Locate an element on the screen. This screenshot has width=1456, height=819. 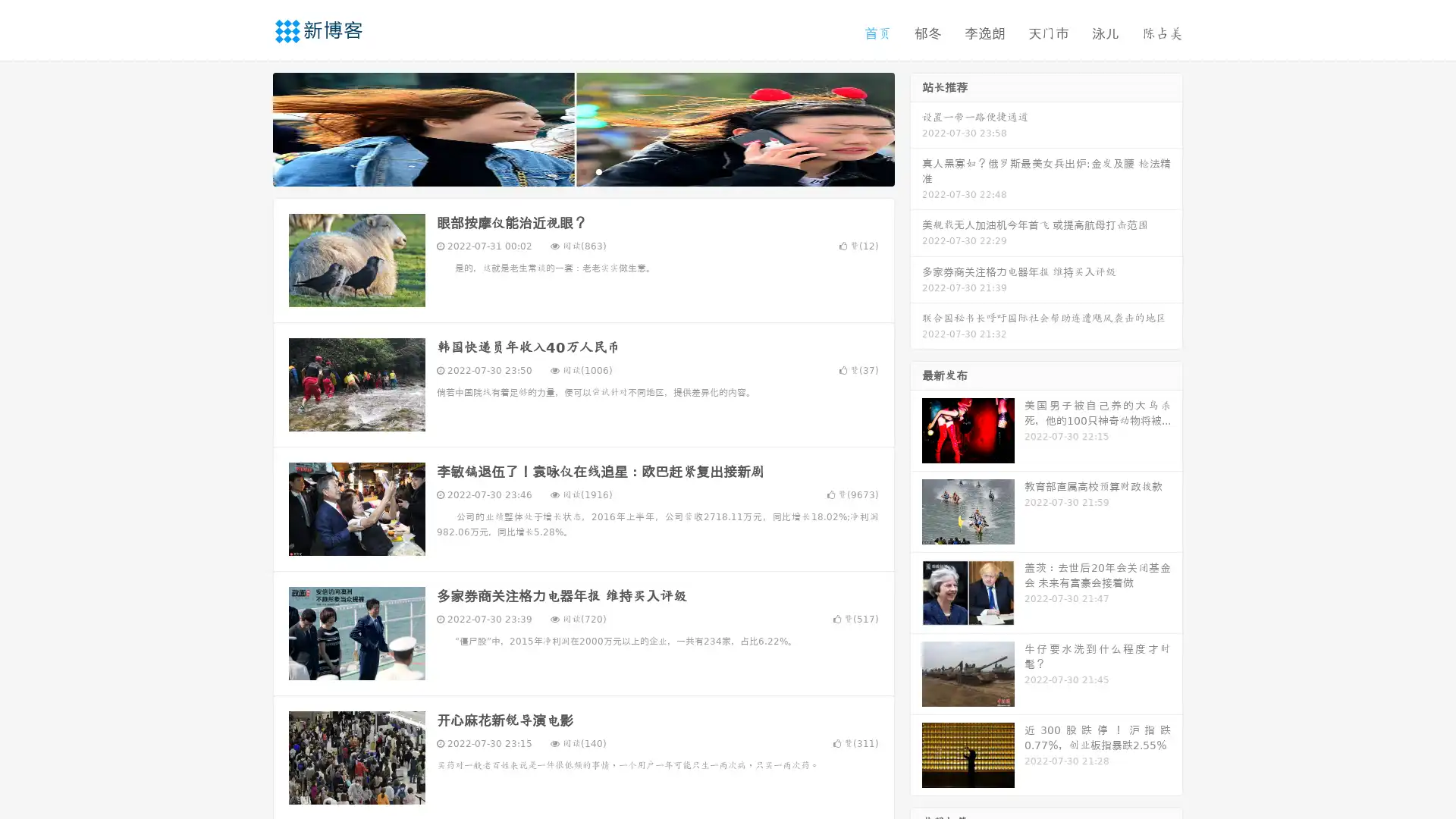
Previous slide is located at coordinates (250, 127).